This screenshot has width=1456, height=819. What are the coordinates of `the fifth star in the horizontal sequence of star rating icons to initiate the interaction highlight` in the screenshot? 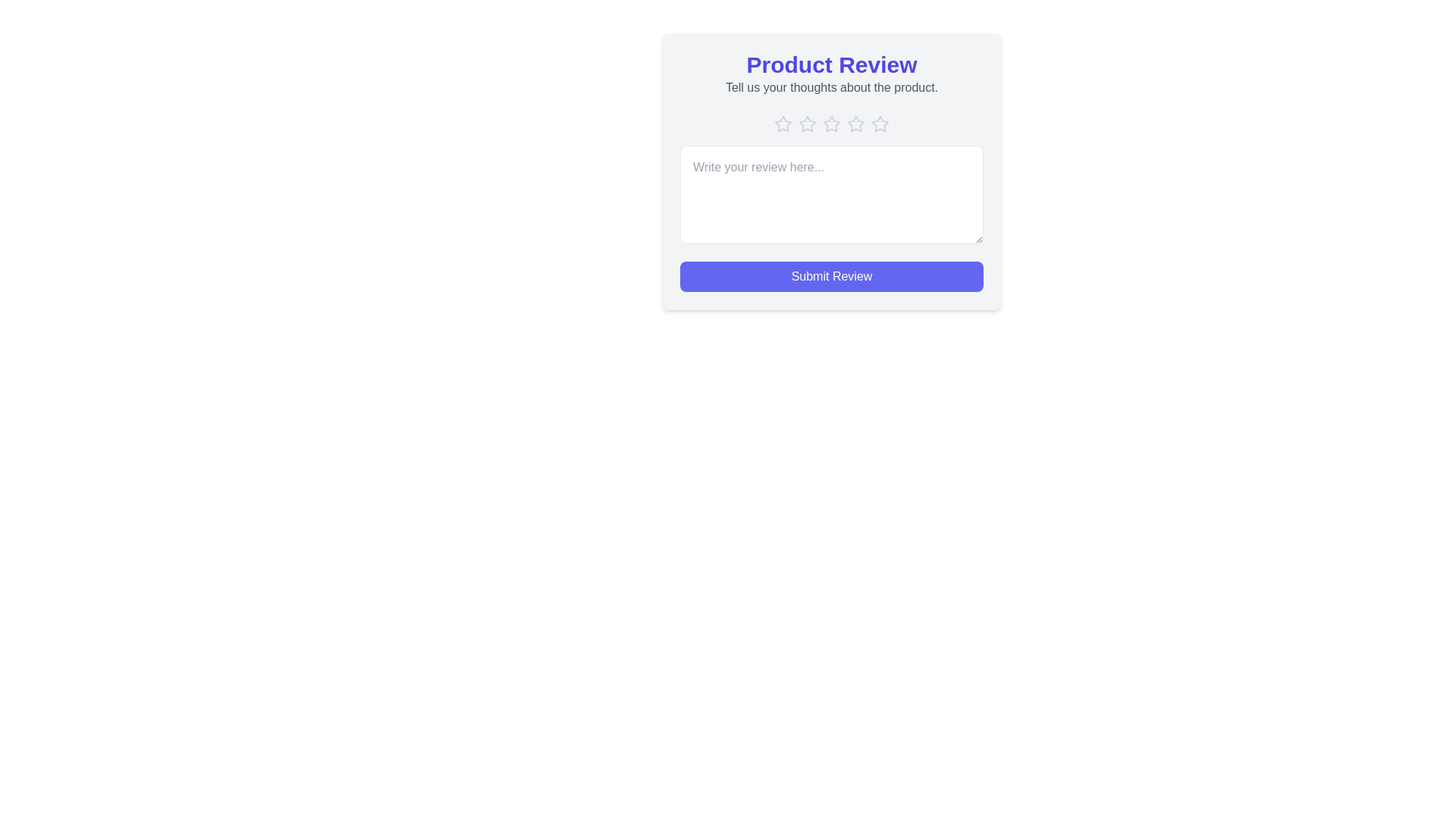 It's located at (880, 124).